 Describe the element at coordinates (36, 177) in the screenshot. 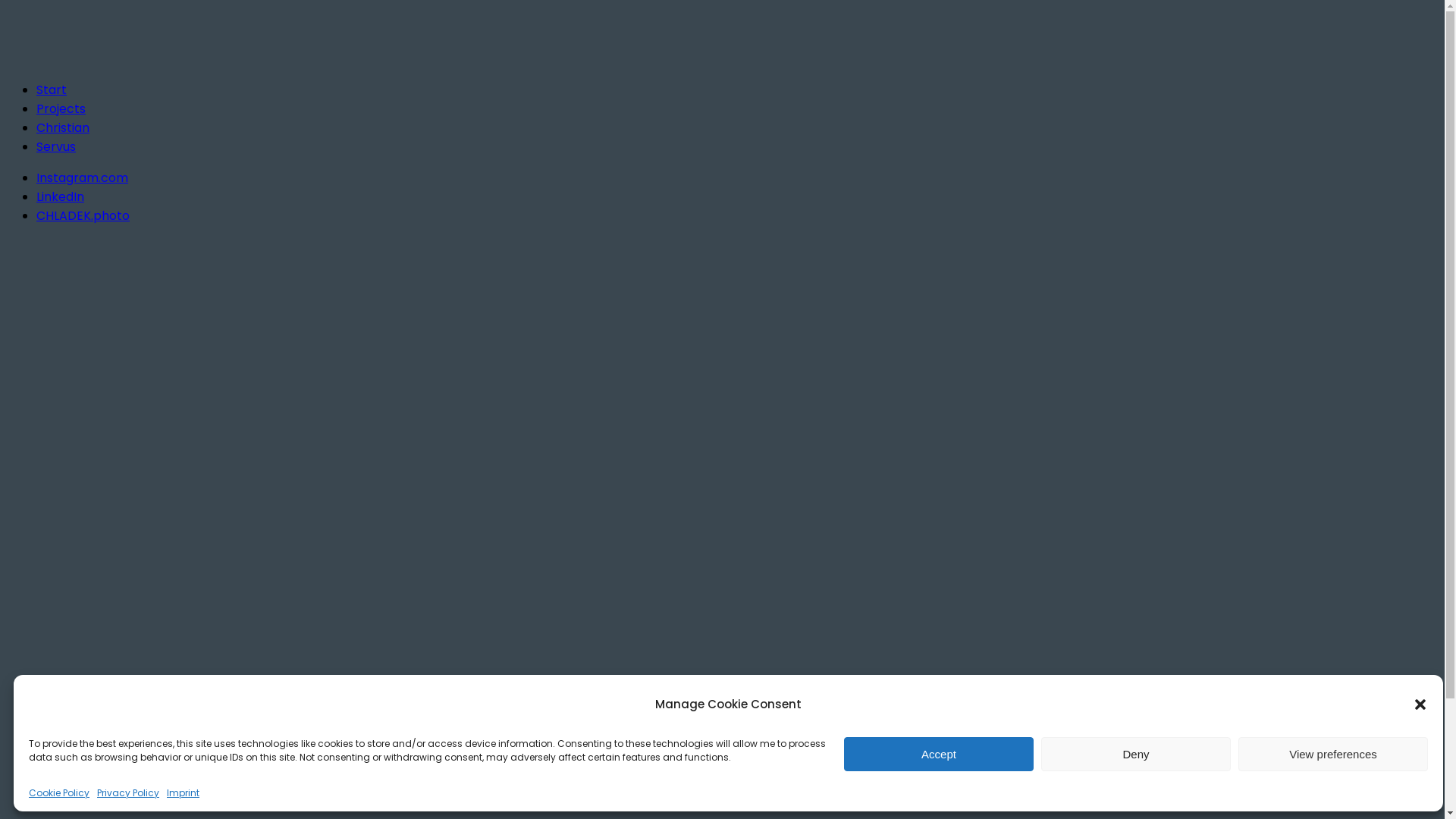

I see `'Instagram.com'` at that location.